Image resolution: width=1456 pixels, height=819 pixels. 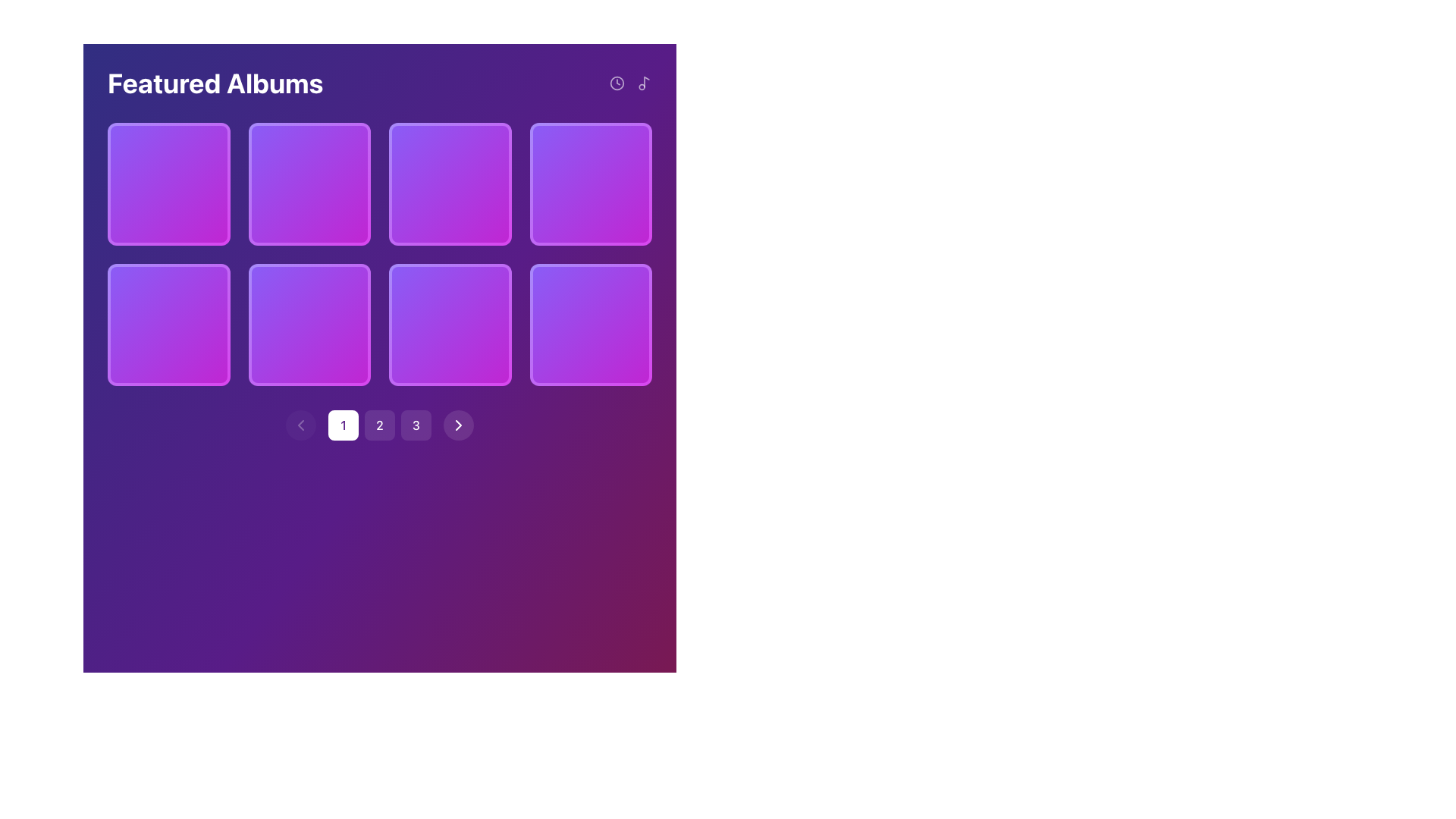 I want to click on the right-pointing chevron-shaped arrow button located in the bottom-right section of the pagination UI, so click(x=457, y=425).